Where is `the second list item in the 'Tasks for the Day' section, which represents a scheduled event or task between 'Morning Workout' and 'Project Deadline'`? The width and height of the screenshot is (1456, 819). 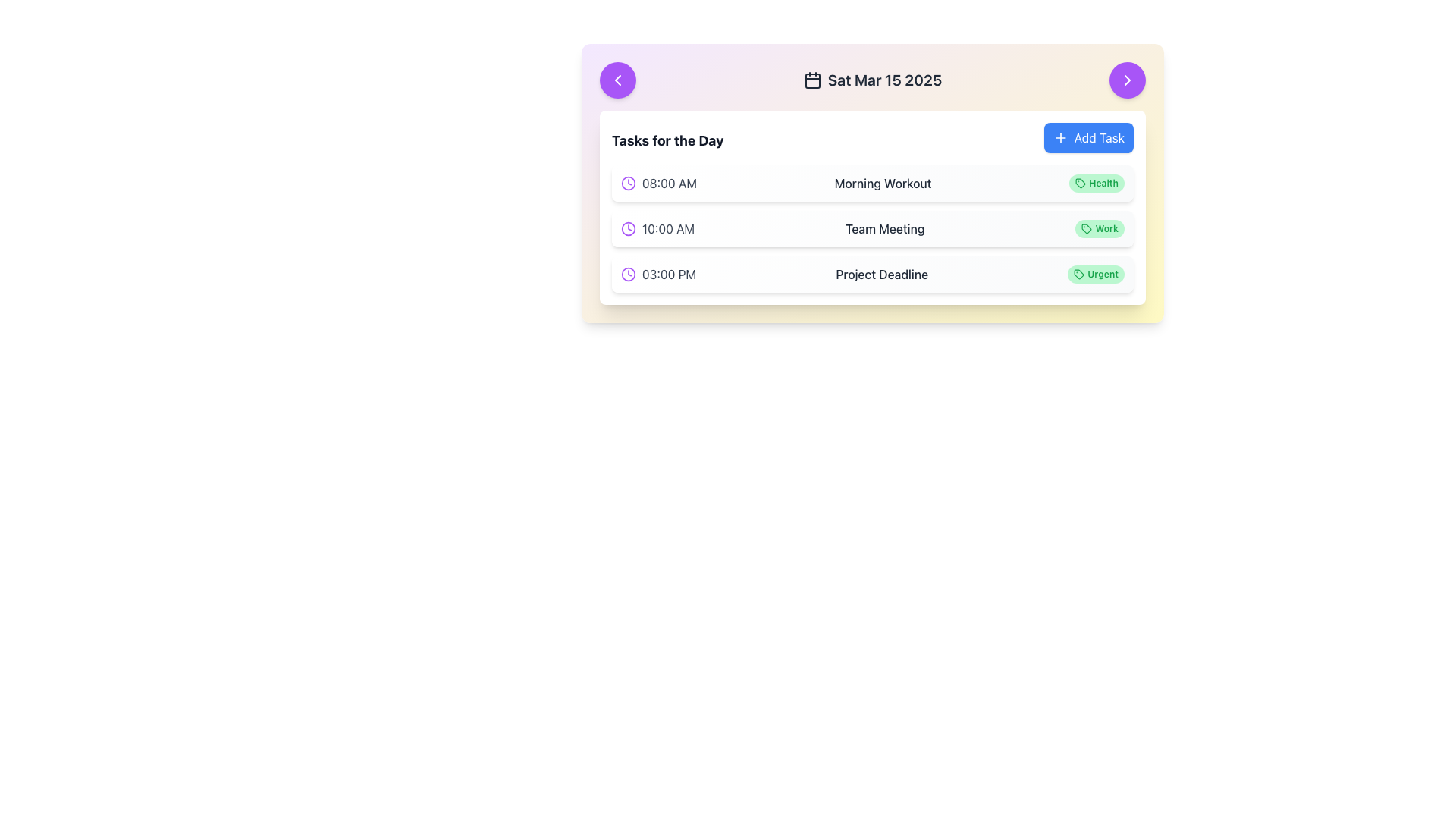
the second list item in the 'Tasks for the Day' section, which represents a scheduled event or task between 'Morning Workout' and 'Project Deadline' is located at coordinates (873, 228).